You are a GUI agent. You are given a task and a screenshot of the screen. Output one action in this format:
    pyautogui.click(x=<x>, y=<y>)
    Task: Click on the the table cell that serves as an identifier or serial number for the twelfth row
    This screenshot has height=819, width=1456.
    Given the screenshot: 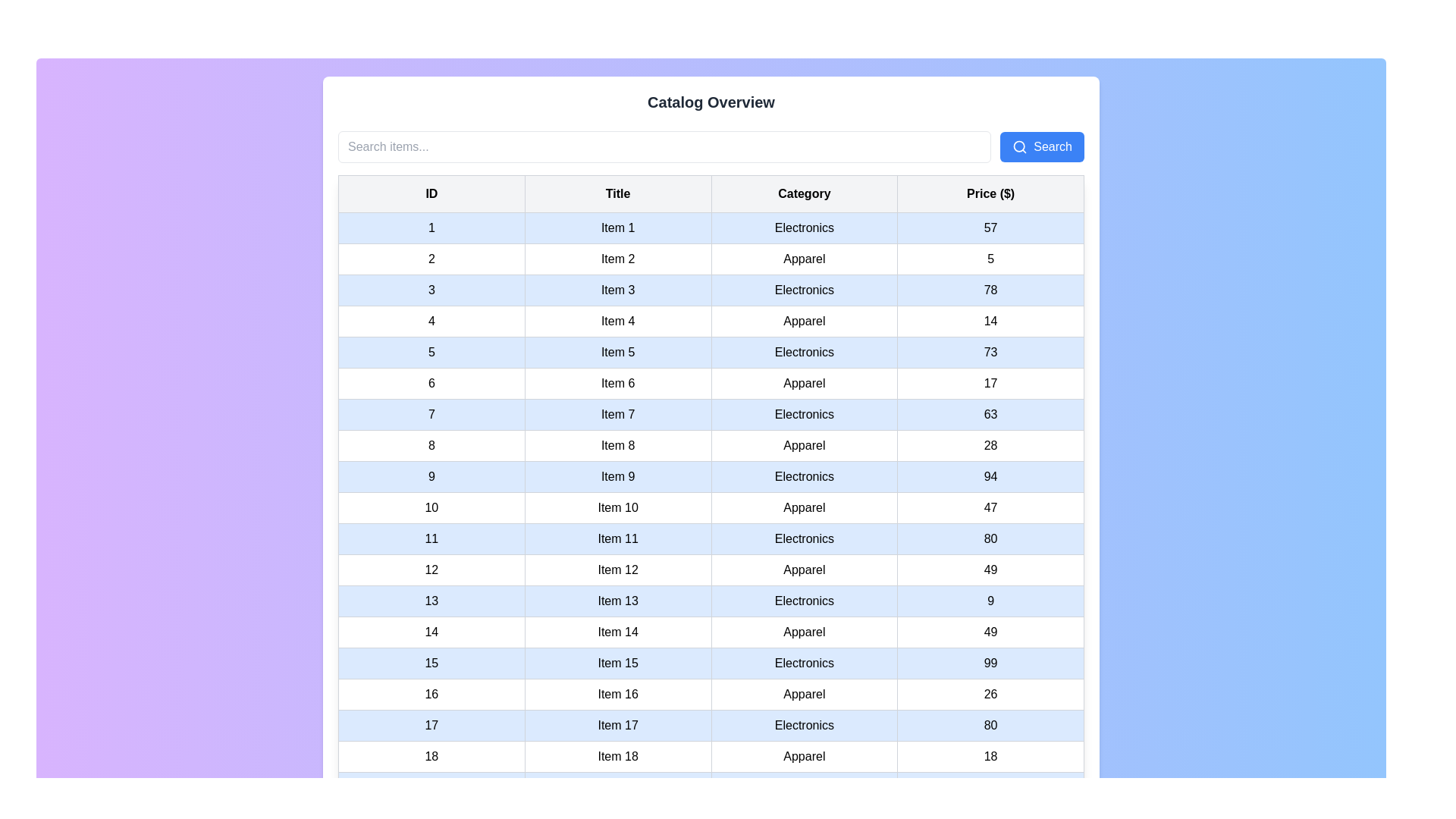 What is the action you would take?
    pyautogui.click(x=431, y=570)
    